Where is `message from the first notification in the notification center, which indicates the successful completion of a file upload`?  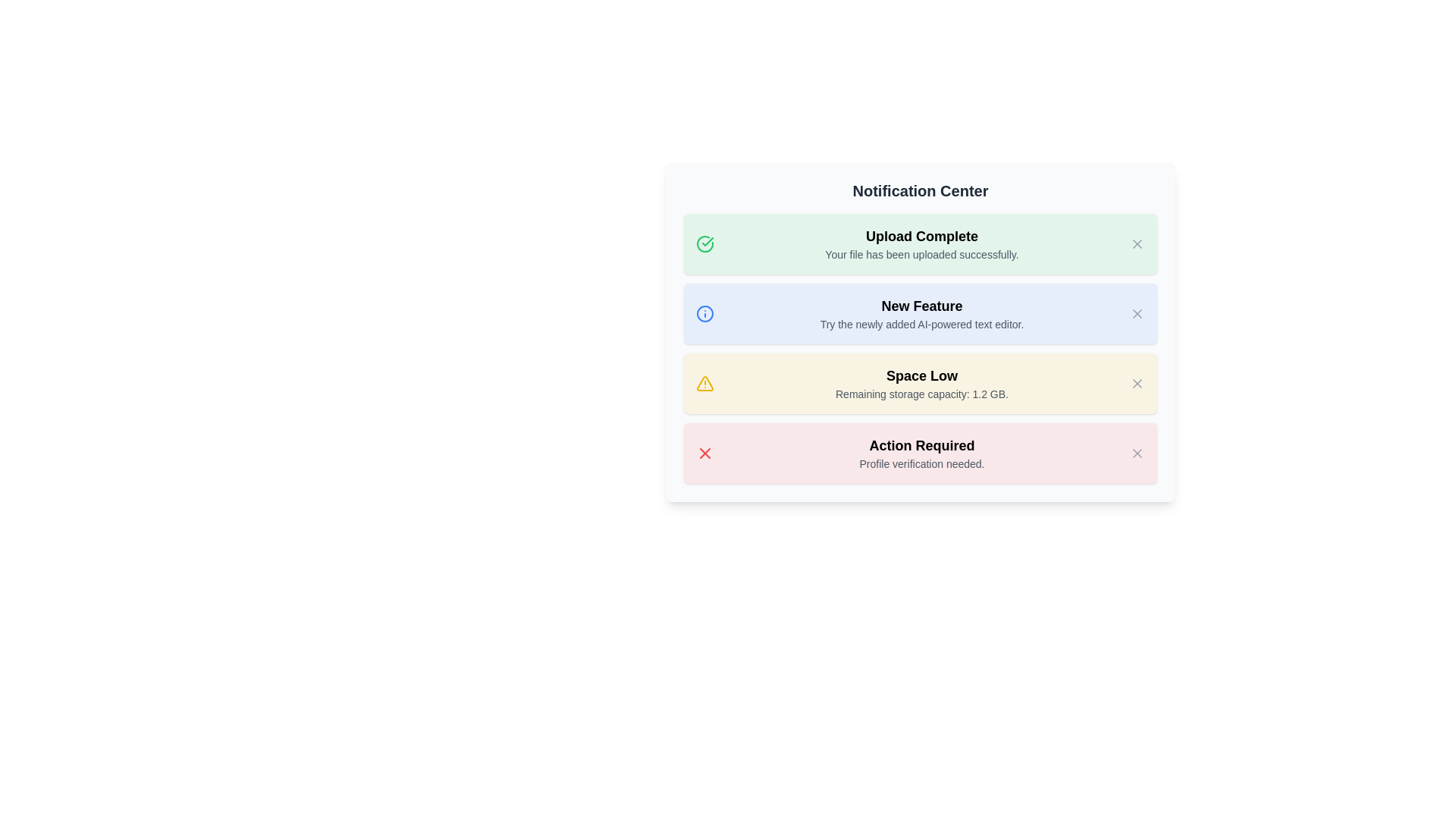
message from the first notification in the notification center, which indicates the successful completion of a file upload is located at coordinates (921, 243).